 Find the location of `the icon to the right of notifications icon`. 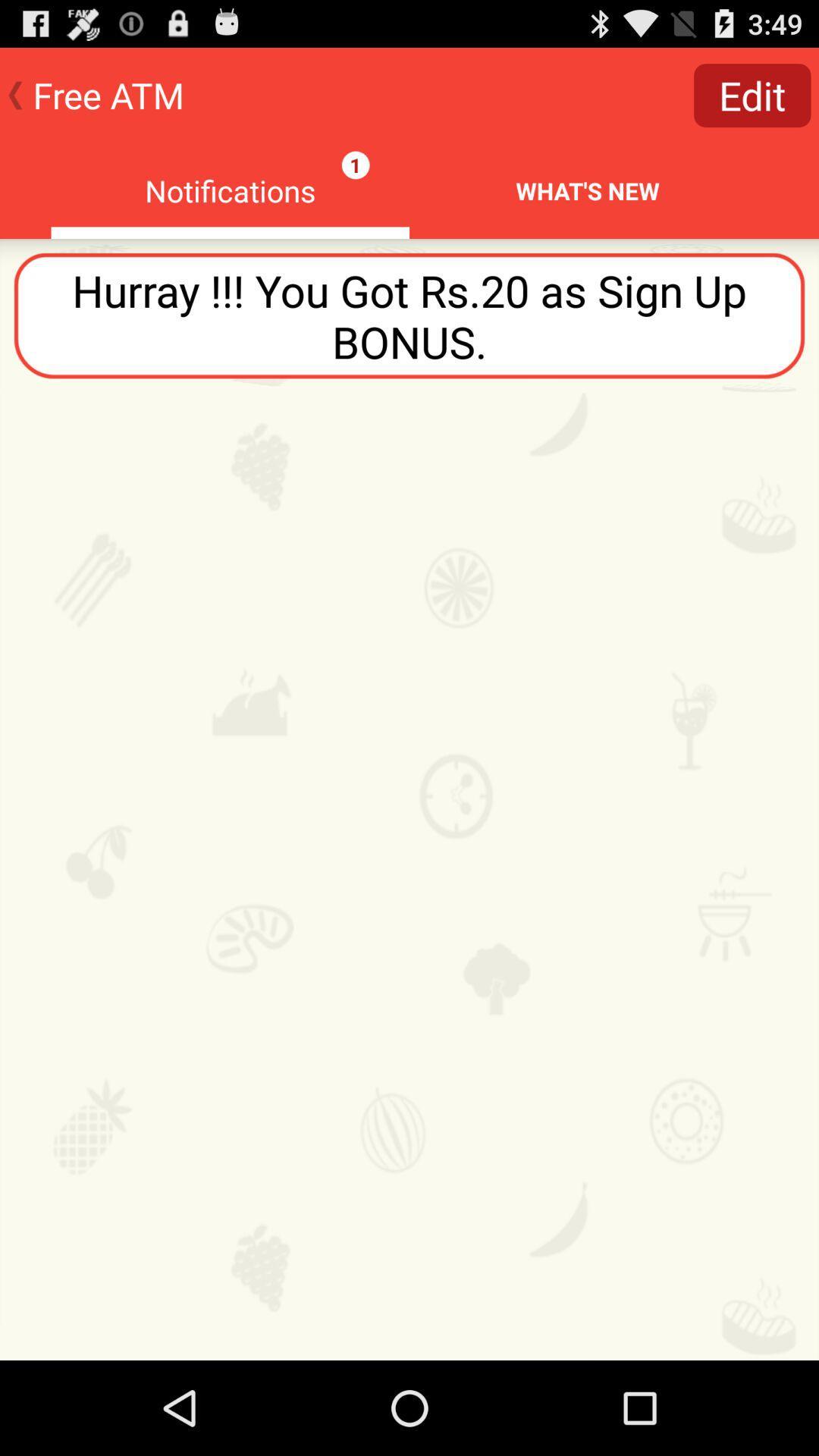

the icon to the right of notifications icon is located at coordinates (752, 94).